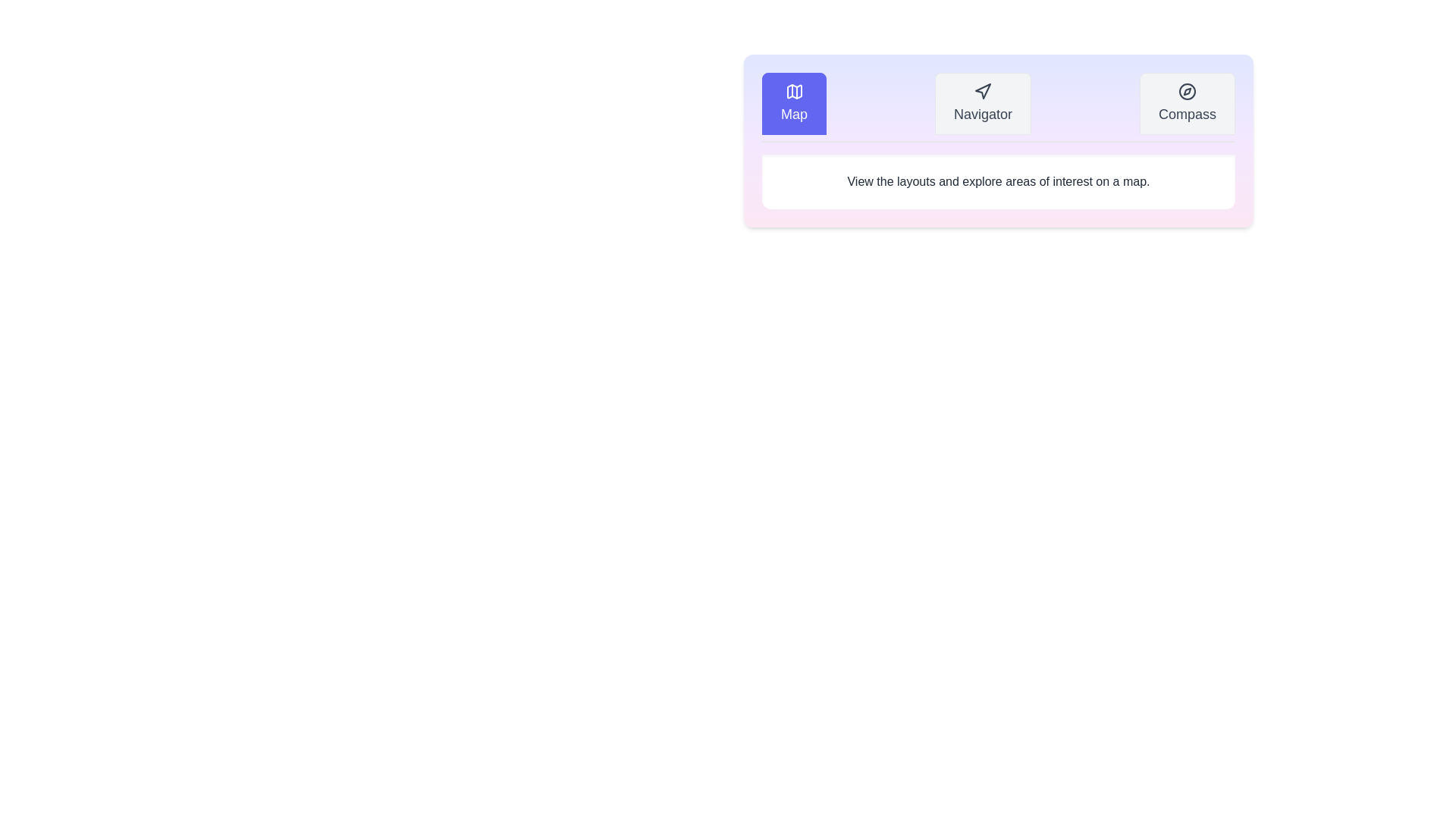  What do you see at coordinates (1186, 103) in the screenshot?
I see `the Compass tab by clicking on it` at bounding box center [1186, 103].